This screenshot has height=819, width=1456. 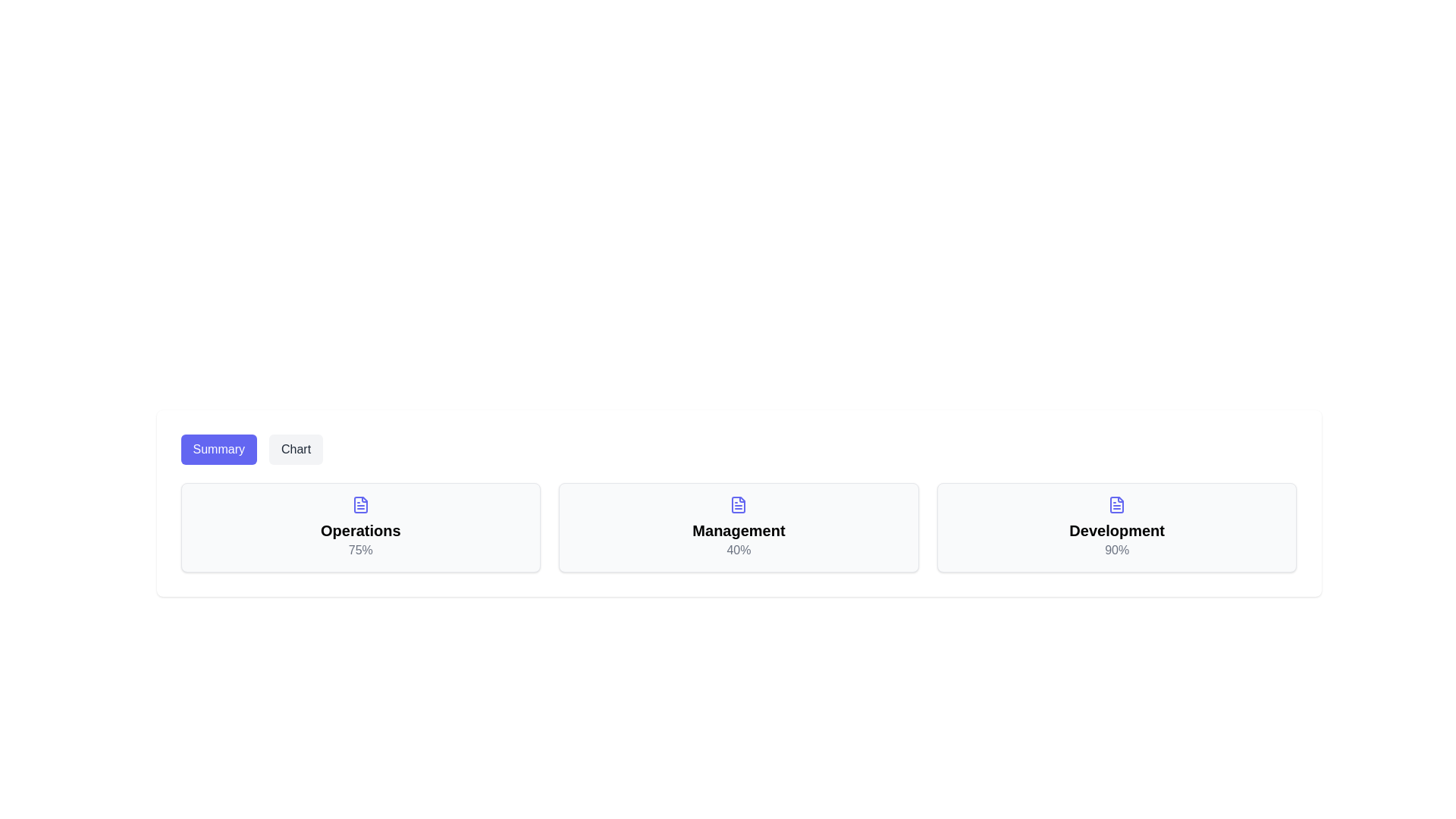 What do you see at coordinates (739, 550) in the screenshot?
I see `the gray text indicating a percentage value located at the bottom of the 'Management' card` at bounding box center [739, 550].